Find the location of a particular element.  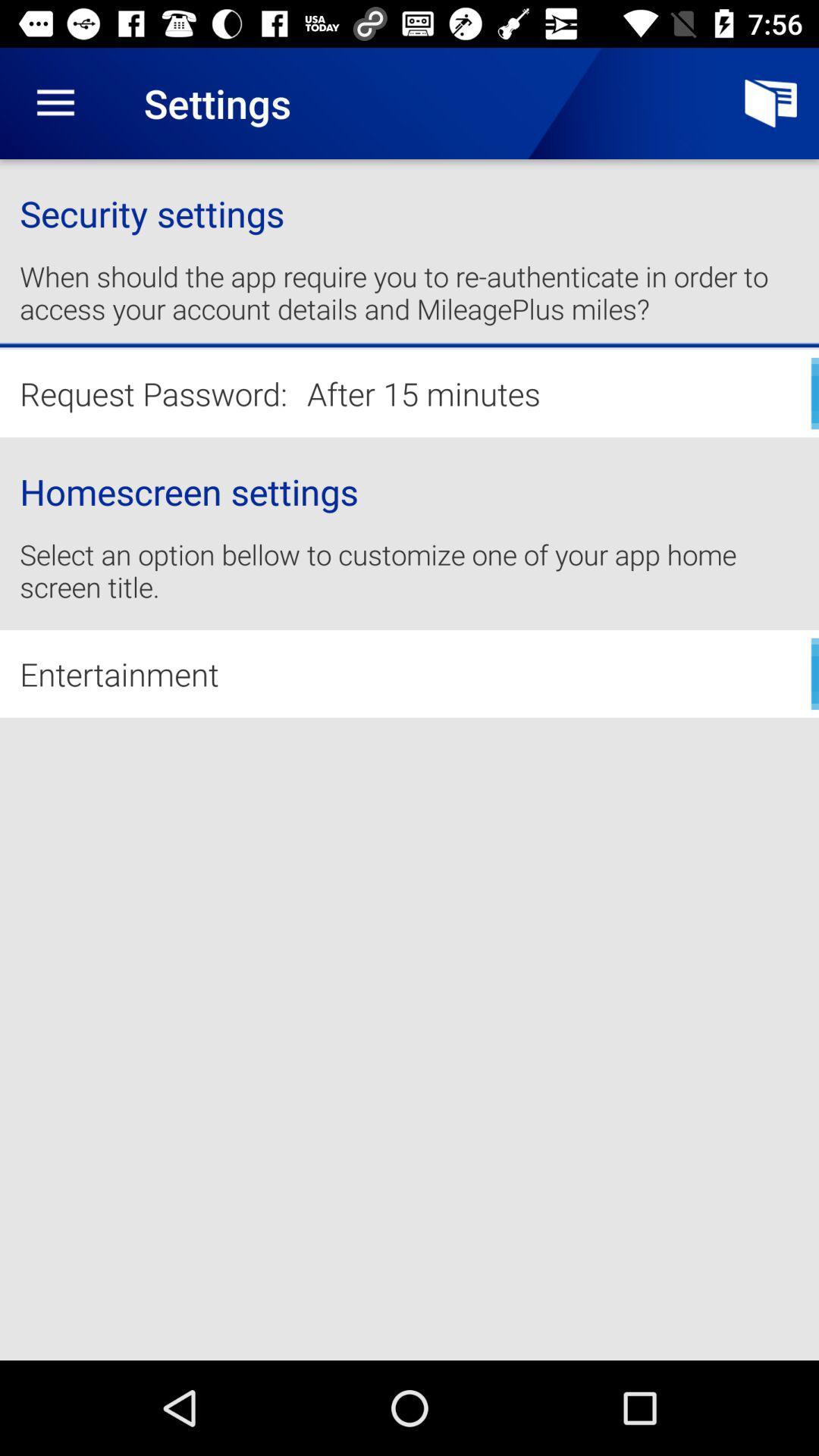

icon above security settings item is located at coordinates (771, 102).